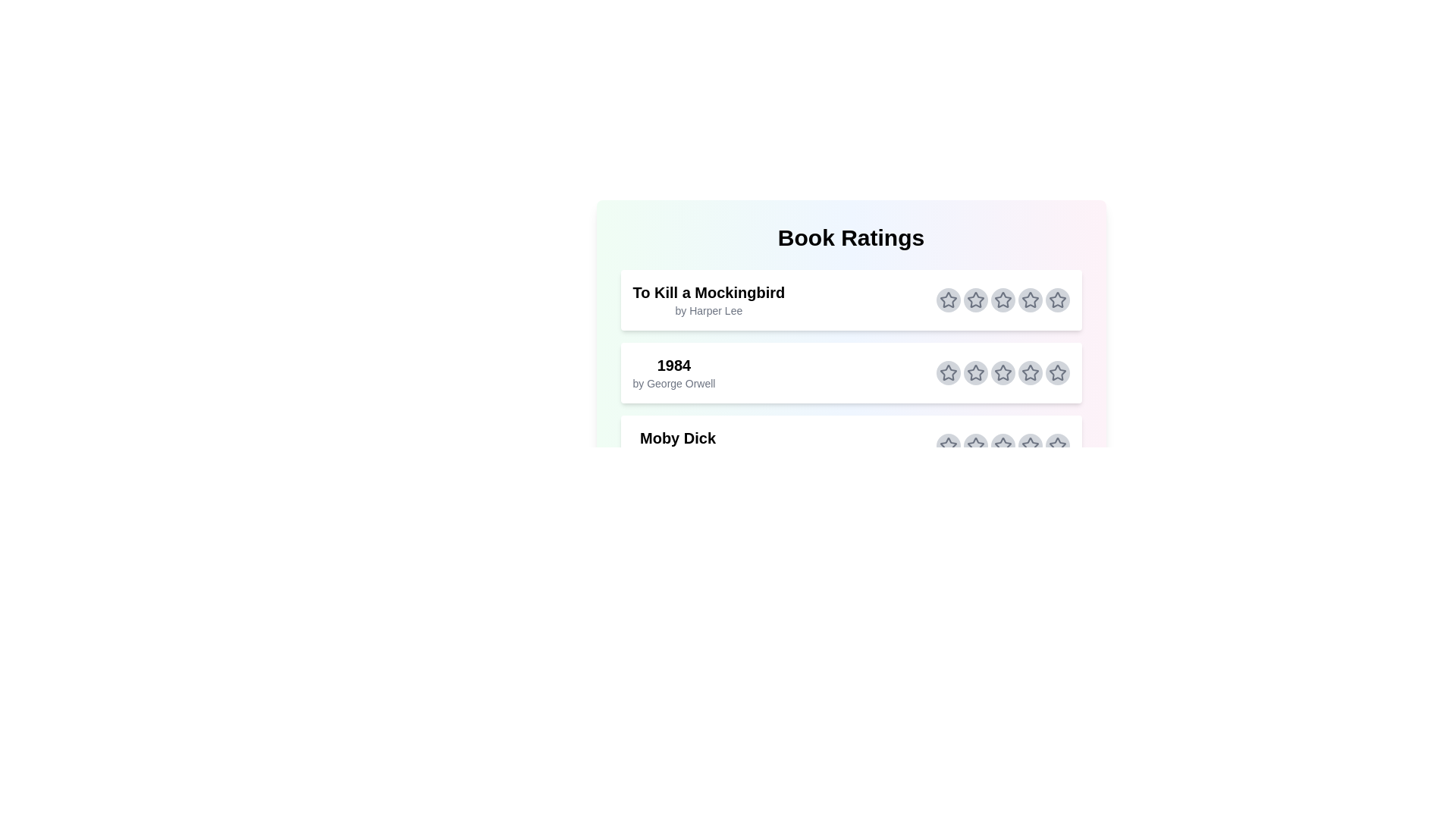 This screenshot has width=1456, height=819. Describe the element at coordinates (1003, 373) in the screenshot. I see `the star corresponding to 3 stars for the book titled 1984` at that location.